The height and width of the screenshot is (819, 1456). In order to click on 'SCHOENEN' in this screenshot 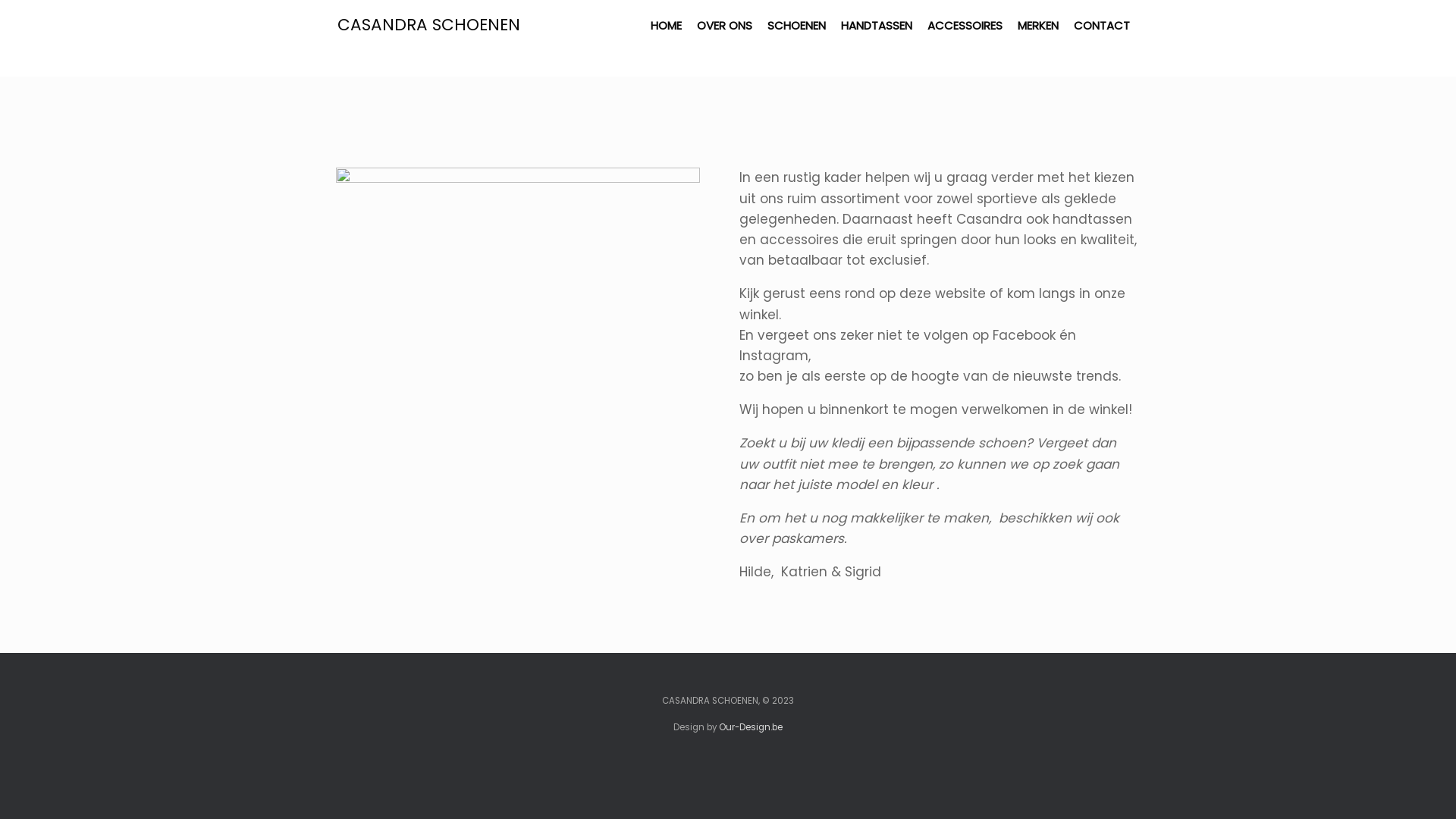, I will do `click(795, 25)`.